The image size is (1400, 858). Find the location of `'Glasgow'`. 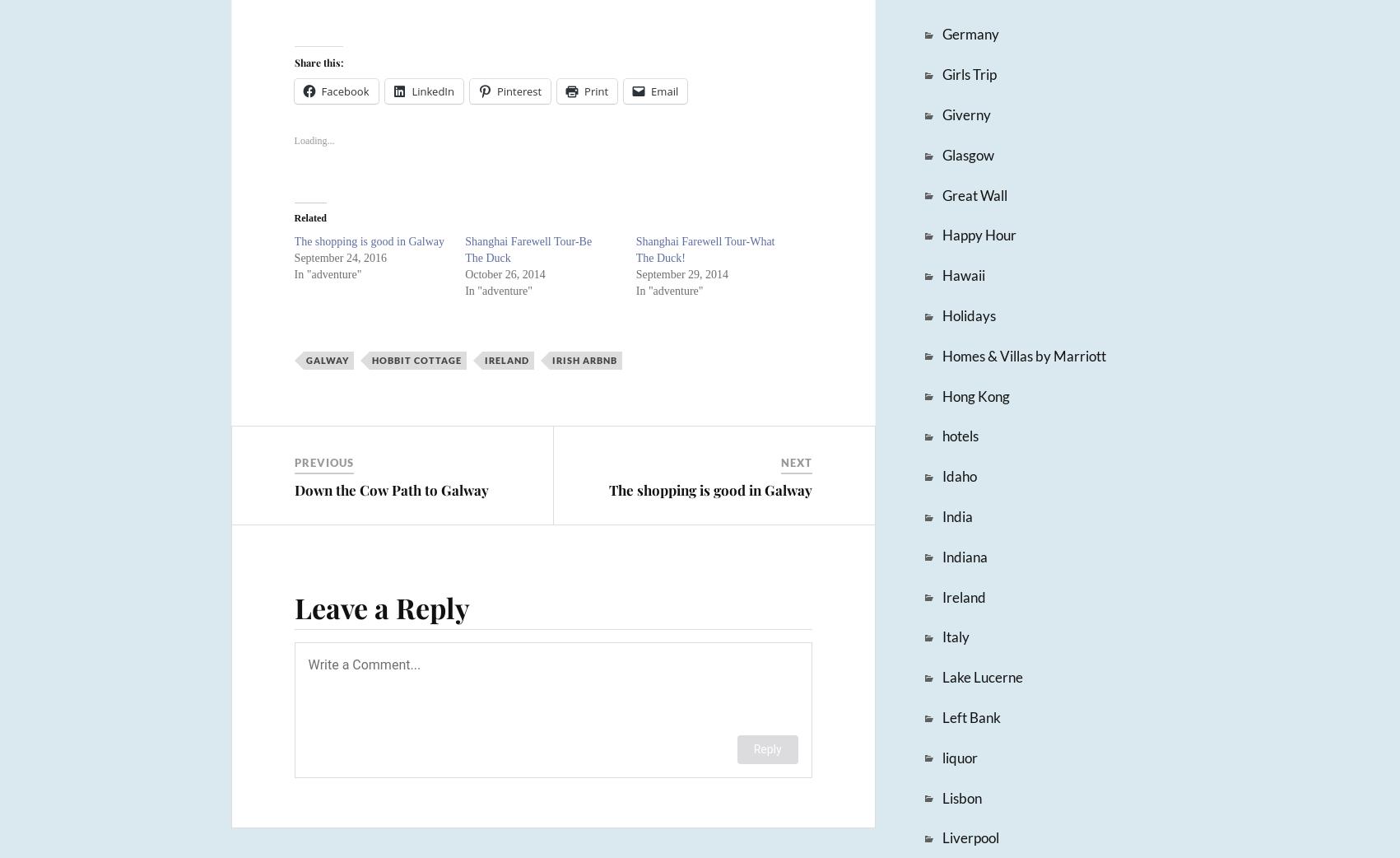

'Glasgow' is located at coordinates (966, 153).